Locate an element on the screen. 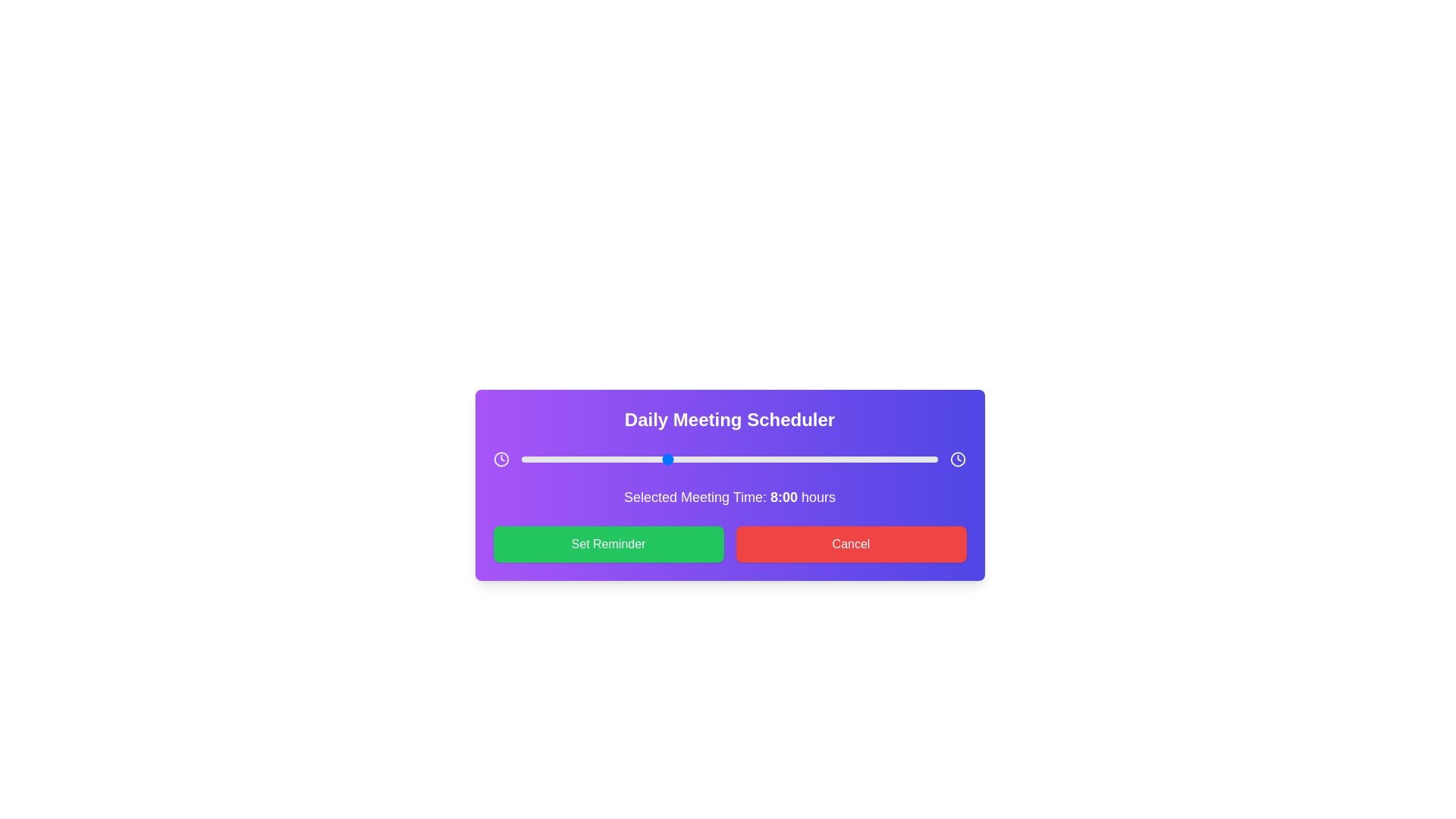 This screenshot has height=819, width=1456. 'Set Reminder' button is located at coordinates (608, 543).